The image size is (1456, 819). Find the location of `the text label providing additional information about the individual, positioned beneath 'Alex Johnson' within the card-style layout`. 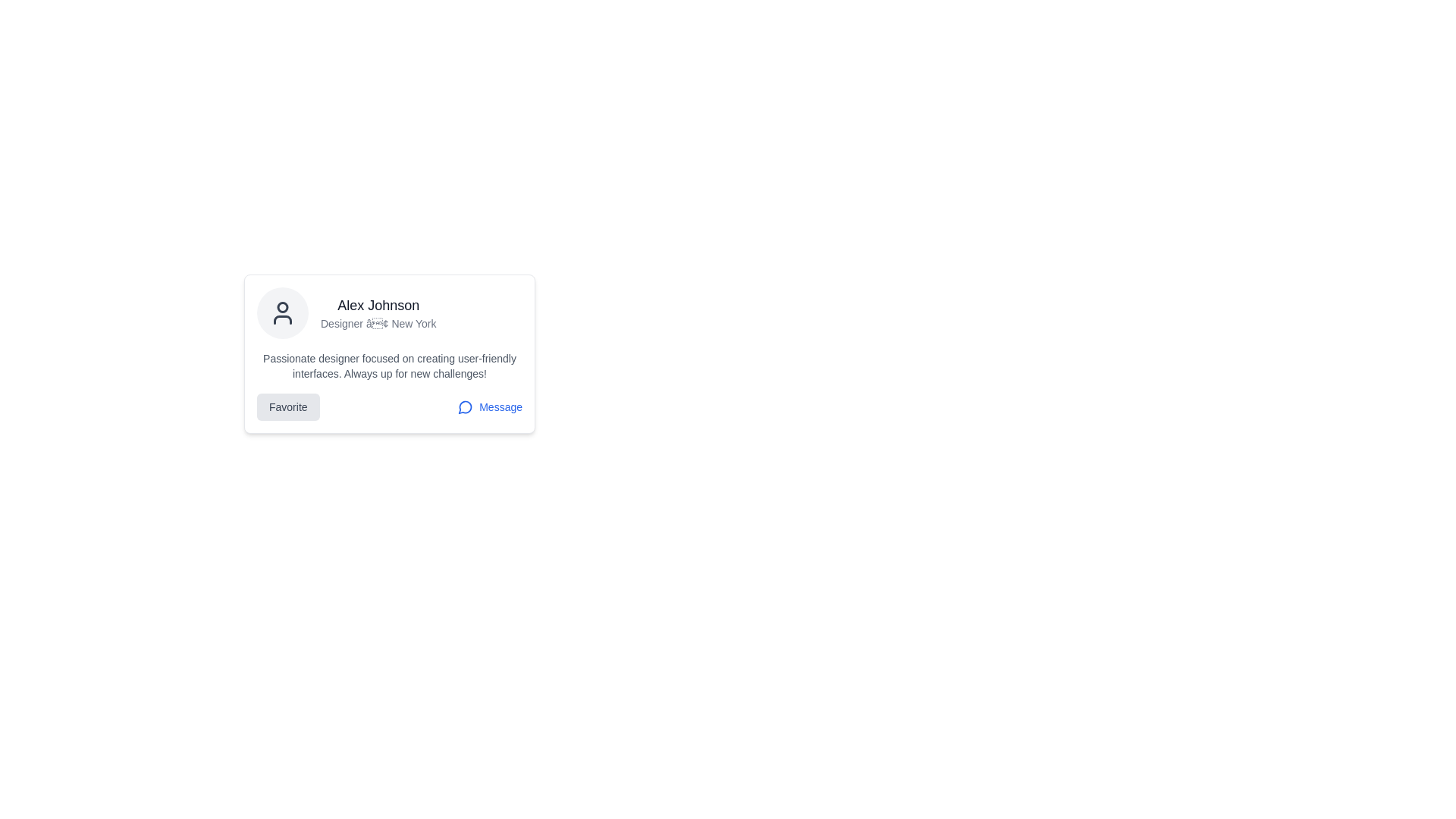

the text label providing additional information about the individual, positioned beneath 'Alex Johnson' within the card-style layout is located at coordinates (378, 323).